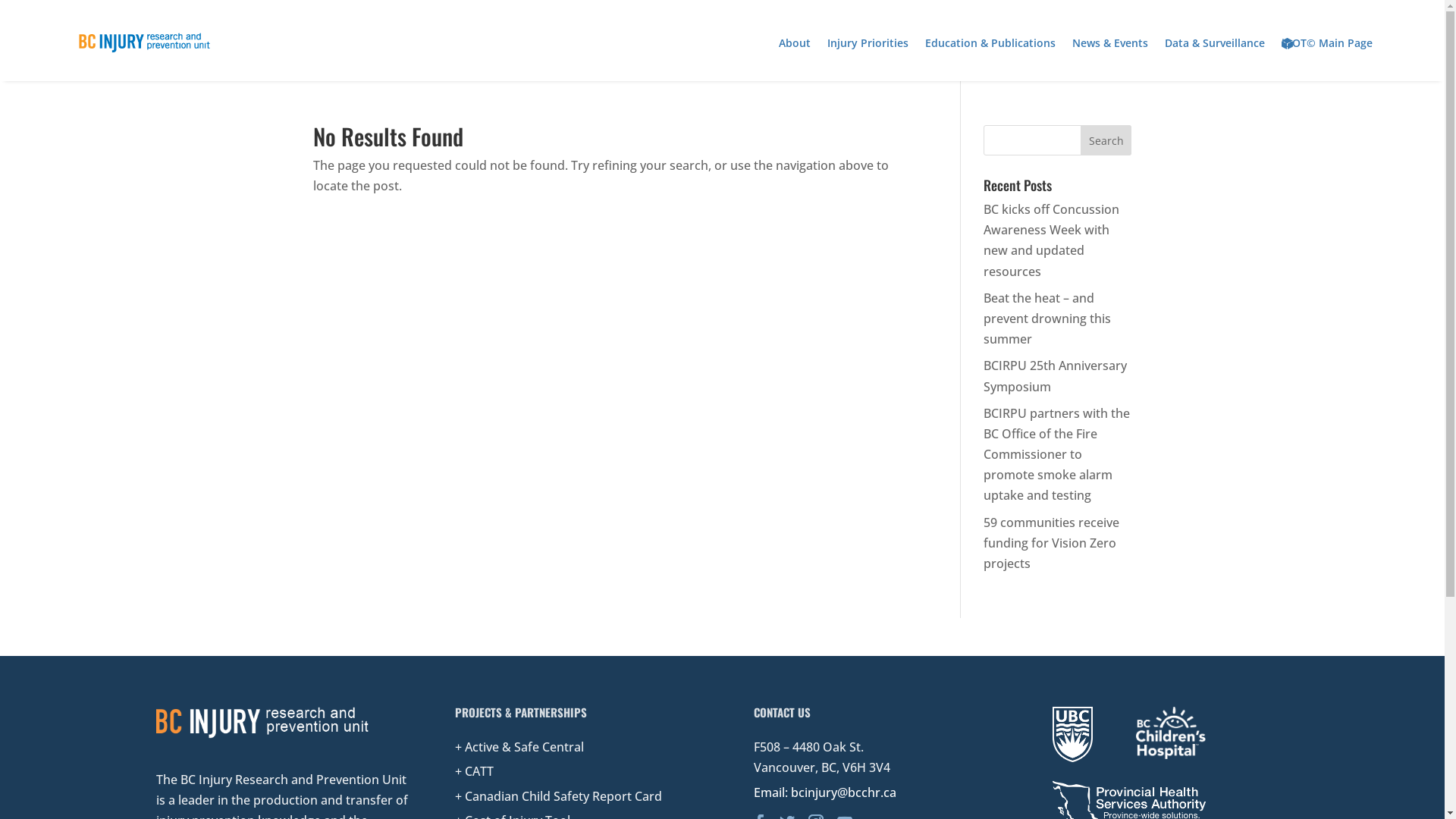 The width and height of the screenshot is (1456, 819). I want to click on 'bcirpu_white_orange', so click(262, 721).